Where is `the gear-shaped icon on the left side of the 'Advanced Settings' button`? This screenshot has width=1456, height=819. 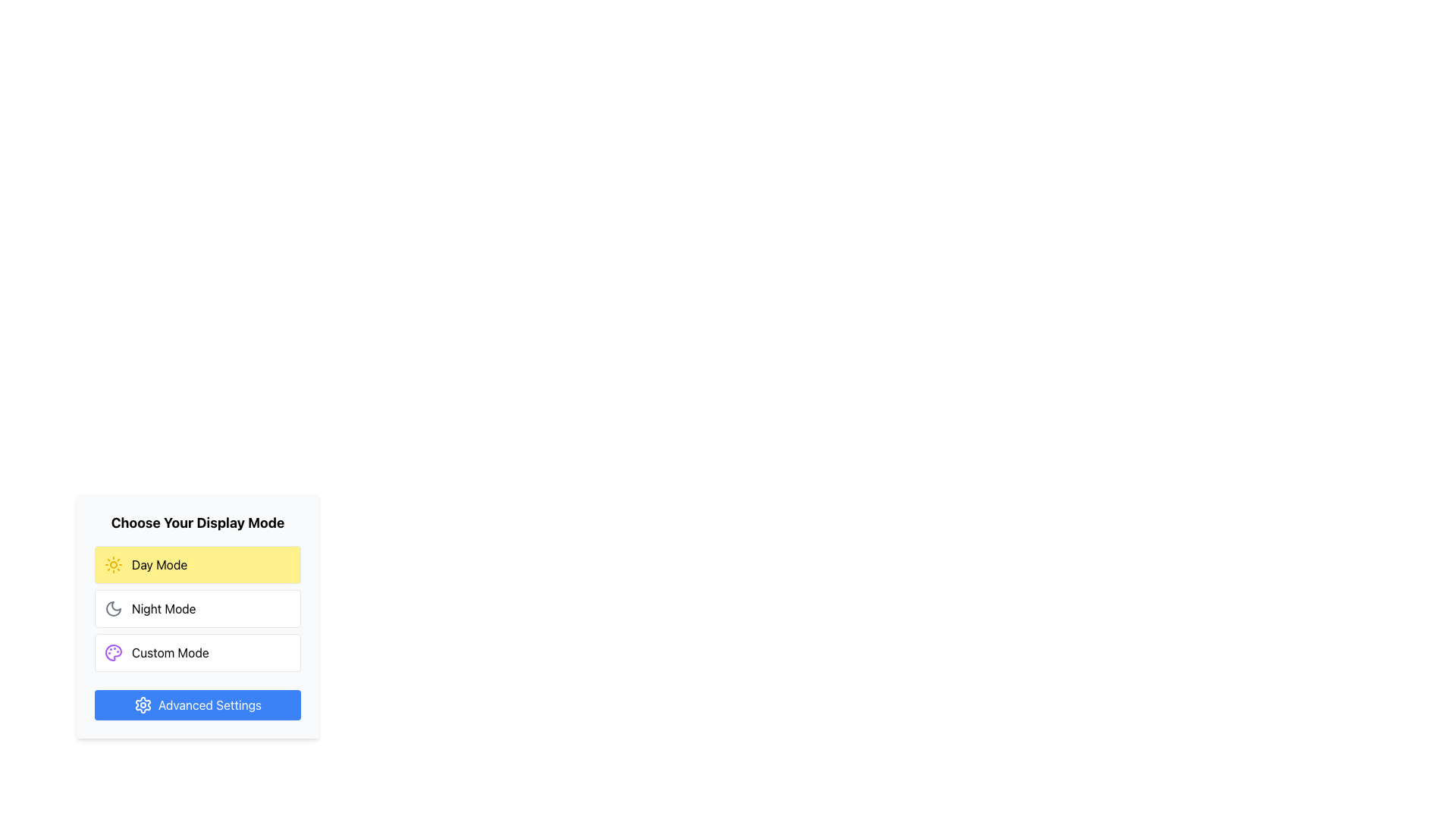 the gear-shaped icon on the left side of the 'Advanced Settings' button is located at coordinates (143, 704).